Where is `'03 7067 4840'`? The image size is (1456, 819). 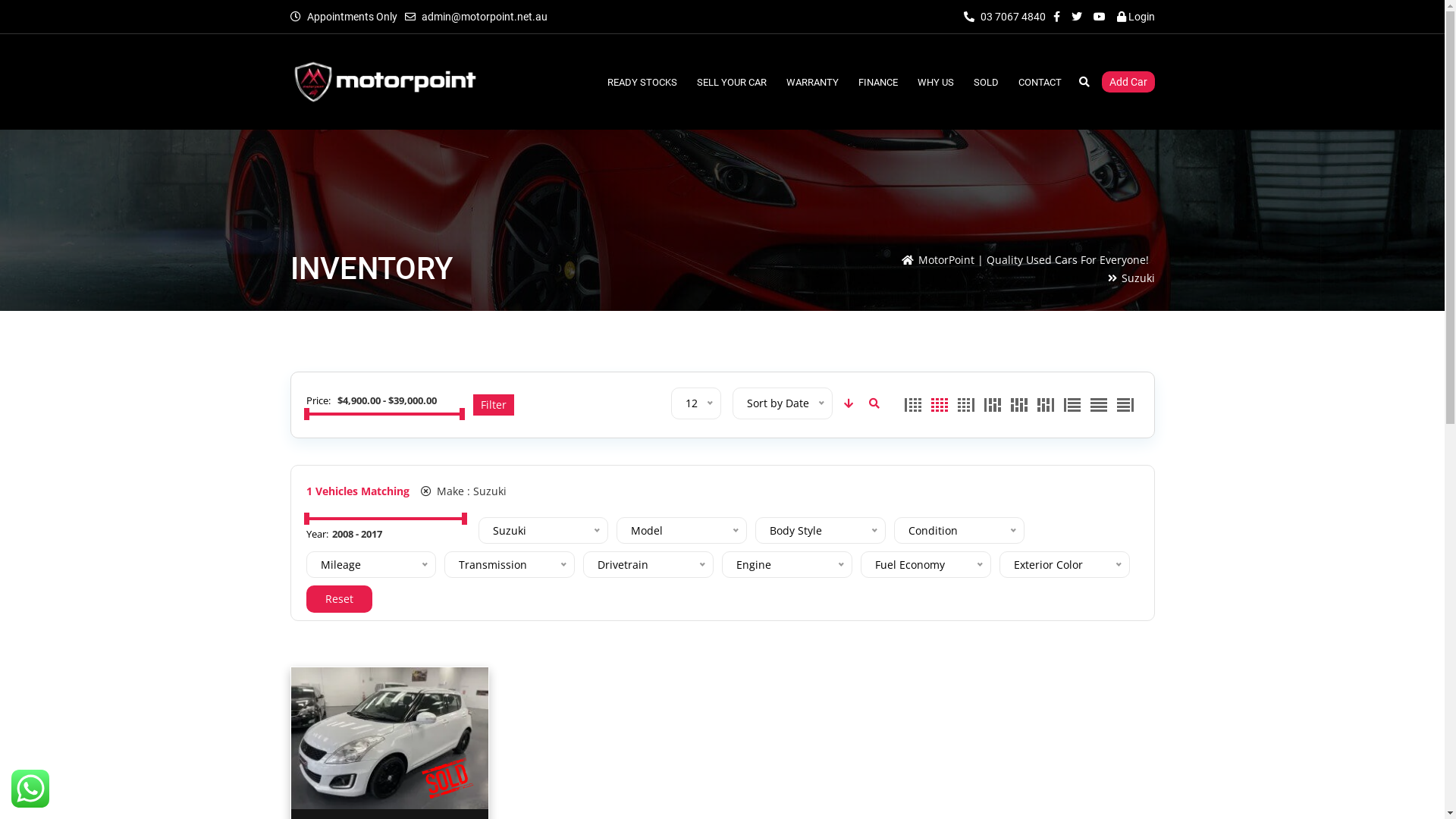
'03 7067 4840' is located at coordinates (1004, 17).